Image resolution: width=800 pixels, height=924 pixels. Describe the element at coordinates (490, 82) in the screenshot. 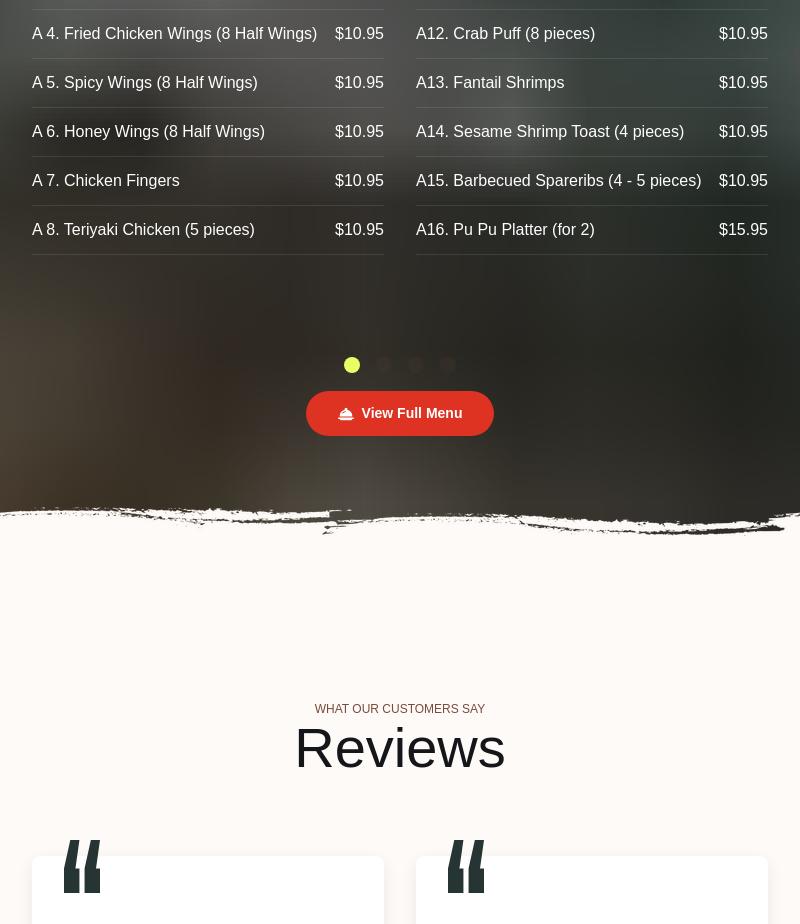

I see `'A13. Fantail Shrimps'` at that location.